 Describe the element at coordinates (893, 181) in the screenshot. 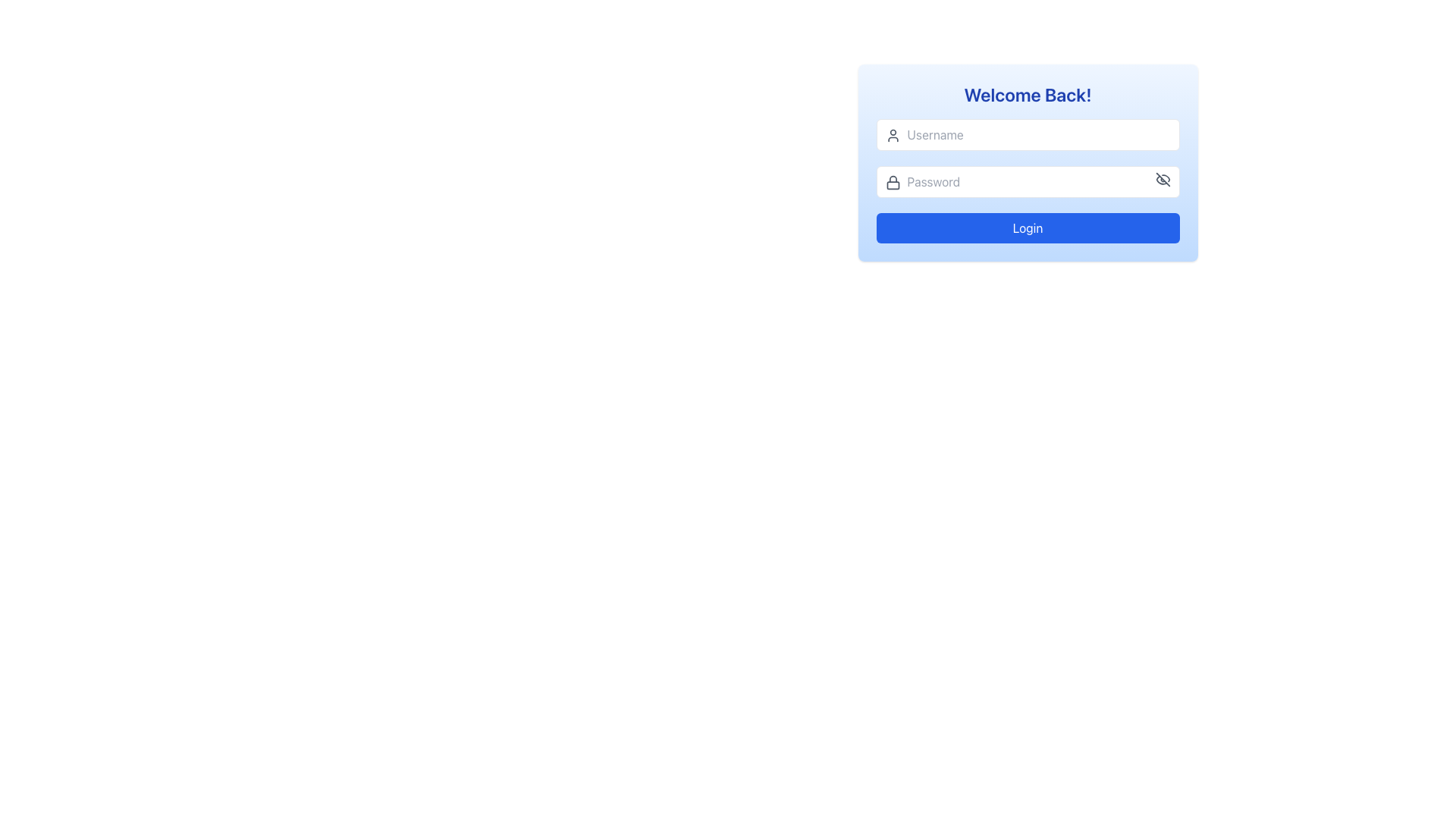

I see `the lock icon located to the immediate left of the password input field on the login form, which visually indicates the security of the input` at that location.